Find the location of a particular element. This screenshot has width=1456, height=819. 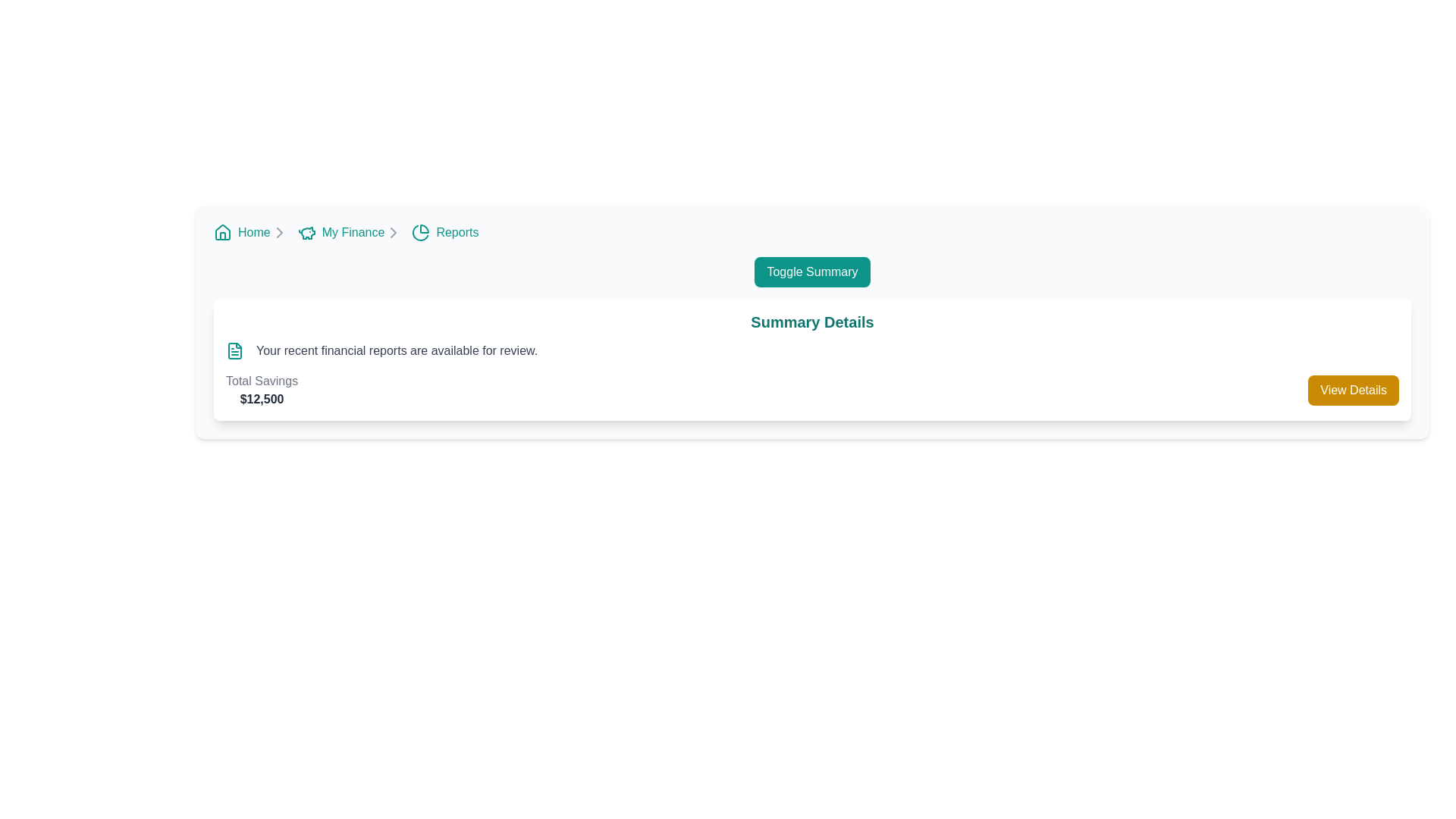

the house icon in the navigation bar, which represents the 'Home' section is located at coordinates (221, 231).